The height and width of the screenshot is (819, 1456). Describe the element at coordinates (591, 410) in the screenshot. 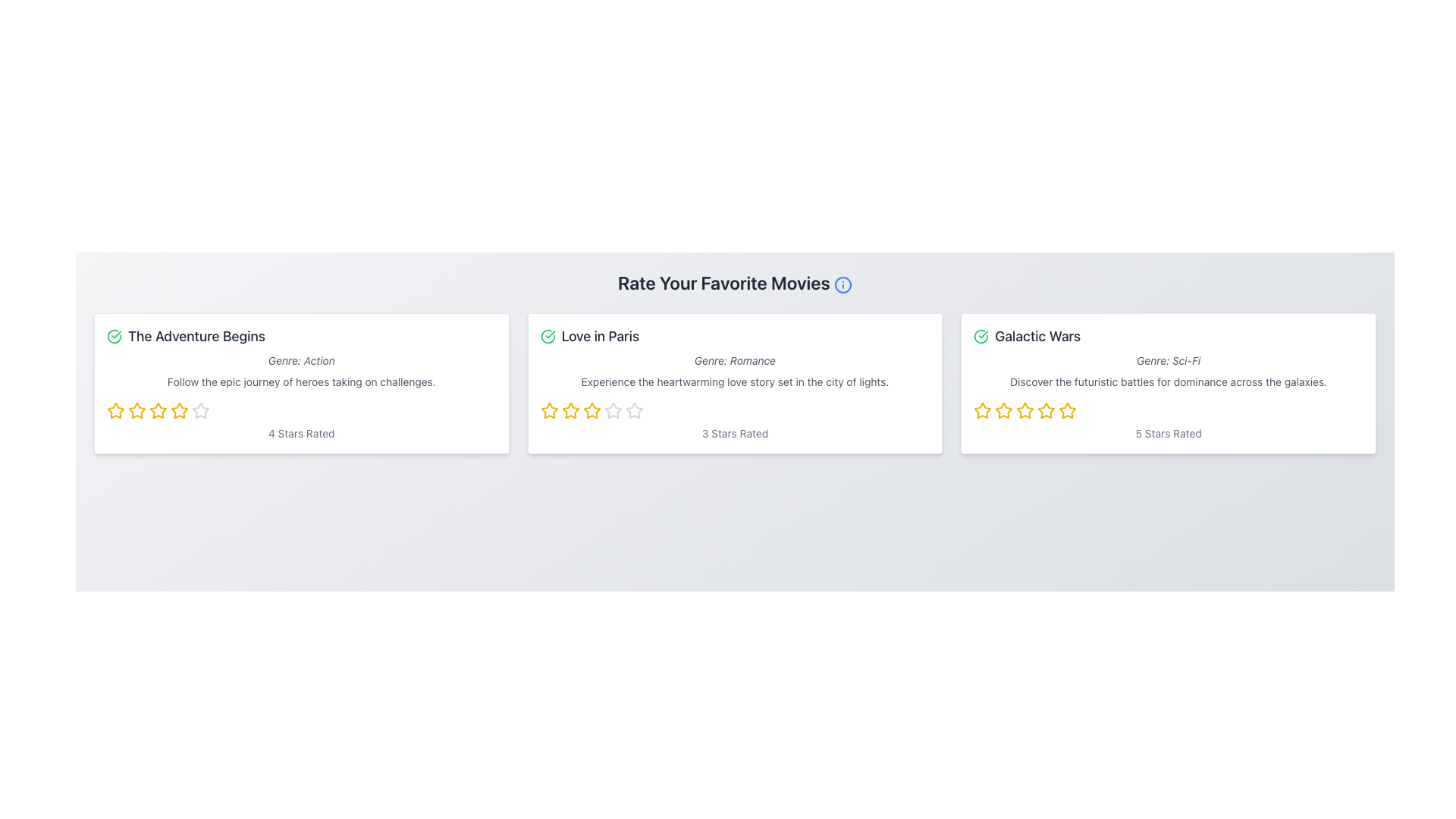

I see `the second hollow yellow star icon in the rating section of the 'Love in Paris' card` at that location.